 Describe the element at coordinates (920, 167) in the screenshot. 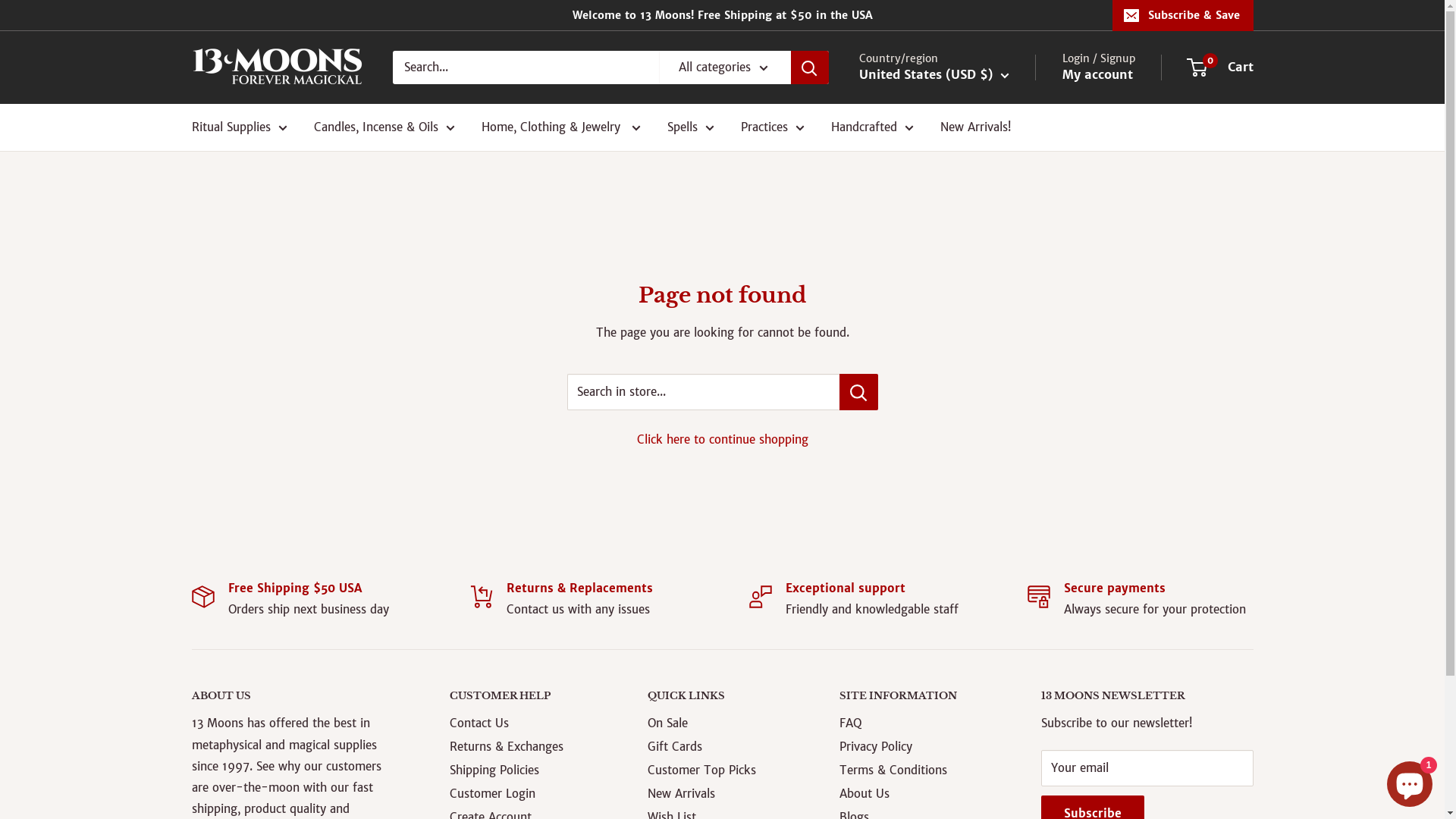

I see `'CA'` at that location.